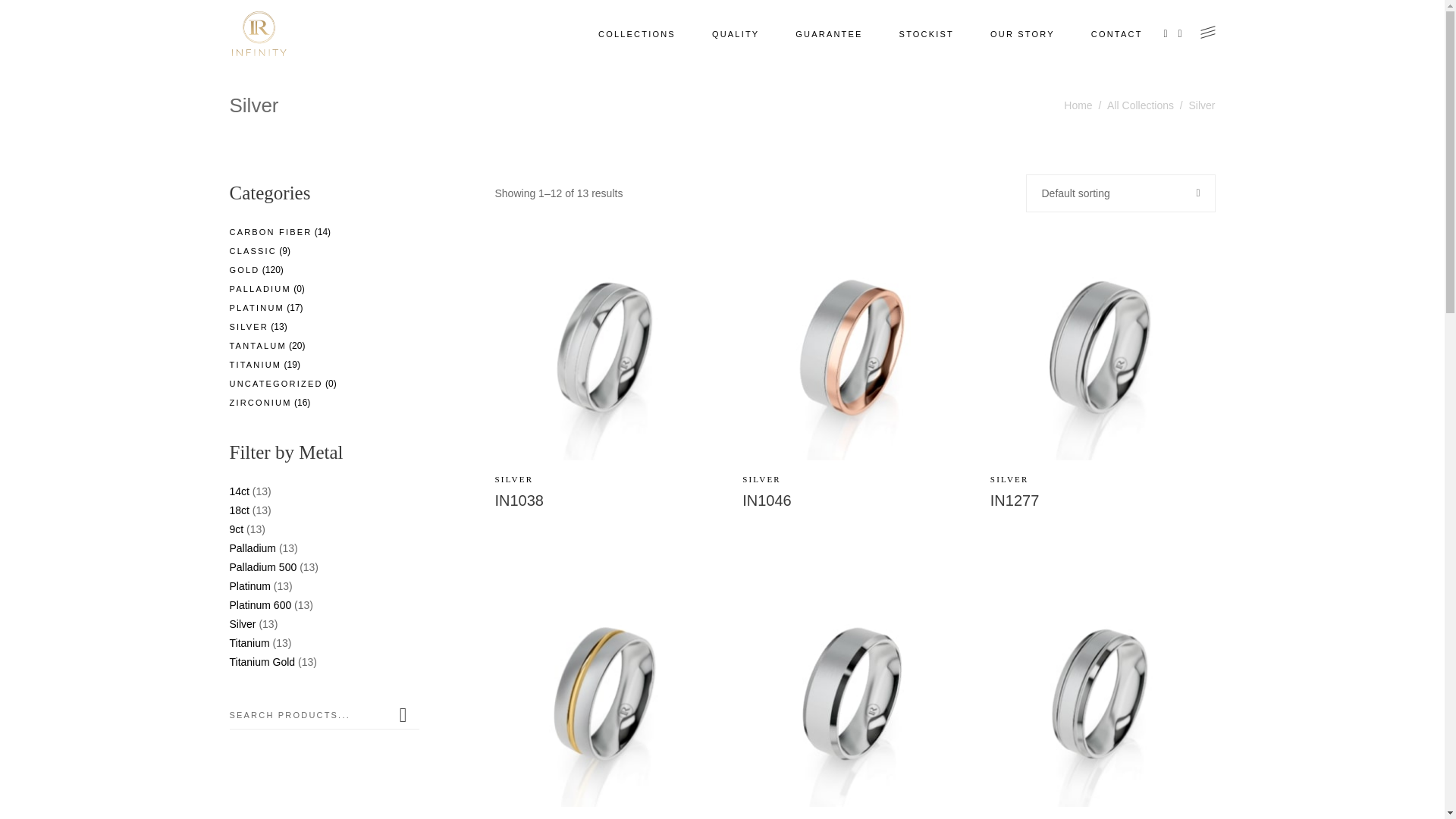 The image size is (1456, 819). Describe the element at coordinates (238, 491) in the screenshot. I see `'14ct'` at that location.